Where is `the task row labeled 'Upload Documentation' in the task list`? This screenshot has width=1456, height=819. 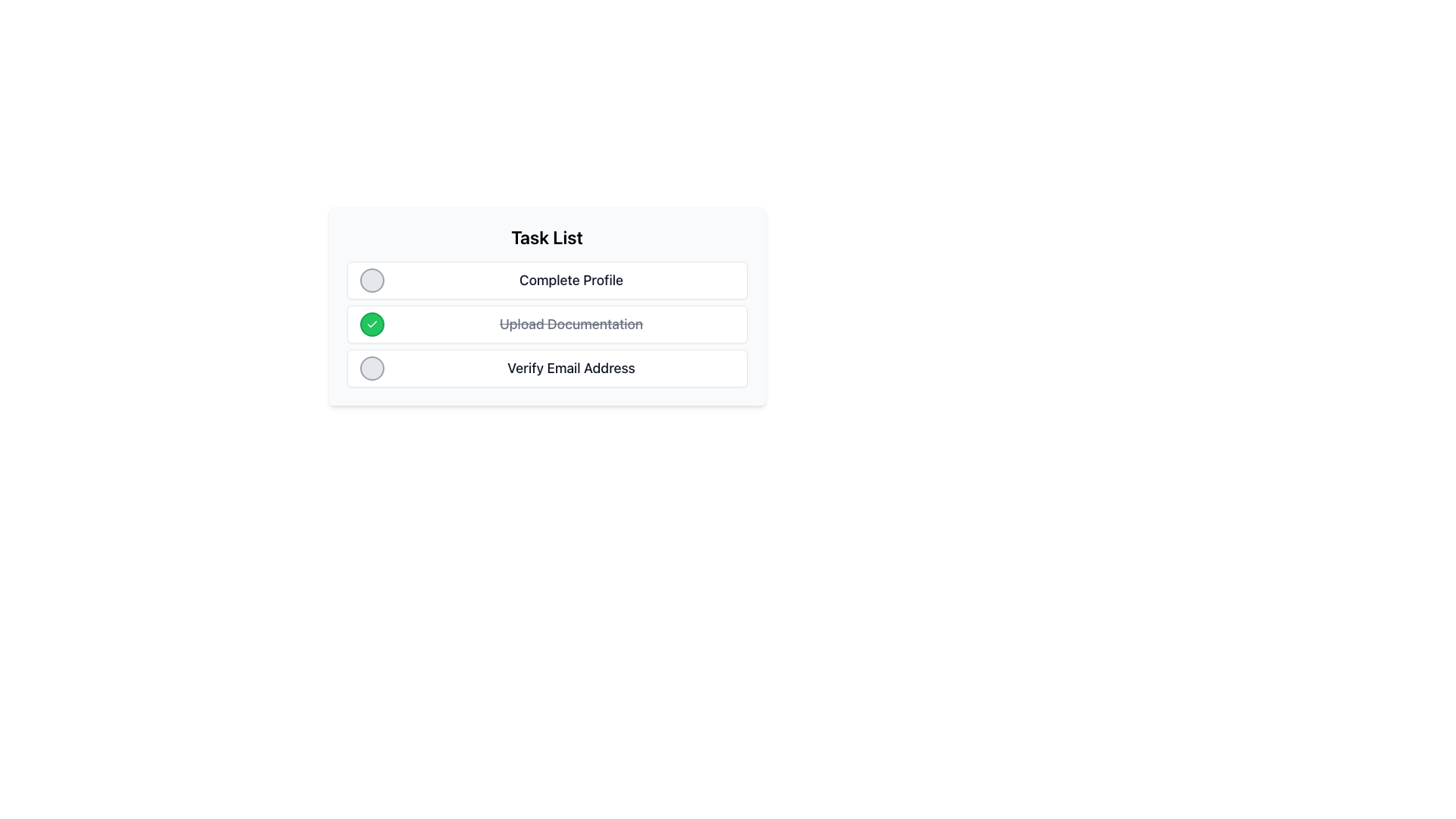
the task row labeled 'Upload Documentation' in the task list is located at coordinates (546, 306).